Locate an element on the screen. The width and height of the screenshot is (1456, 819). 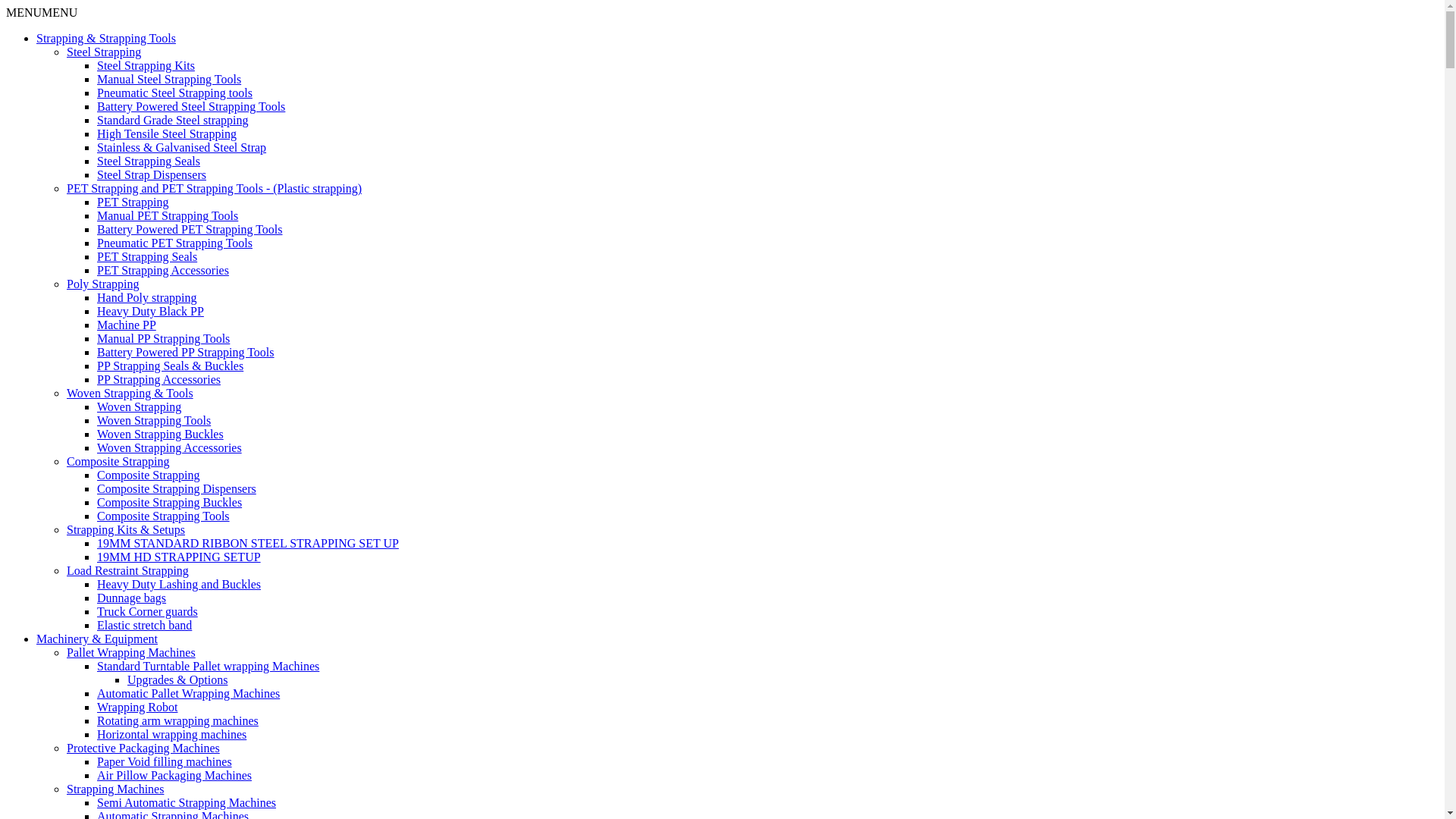
'Woven Strapping & Tools' is located at coordinates (130, 392).